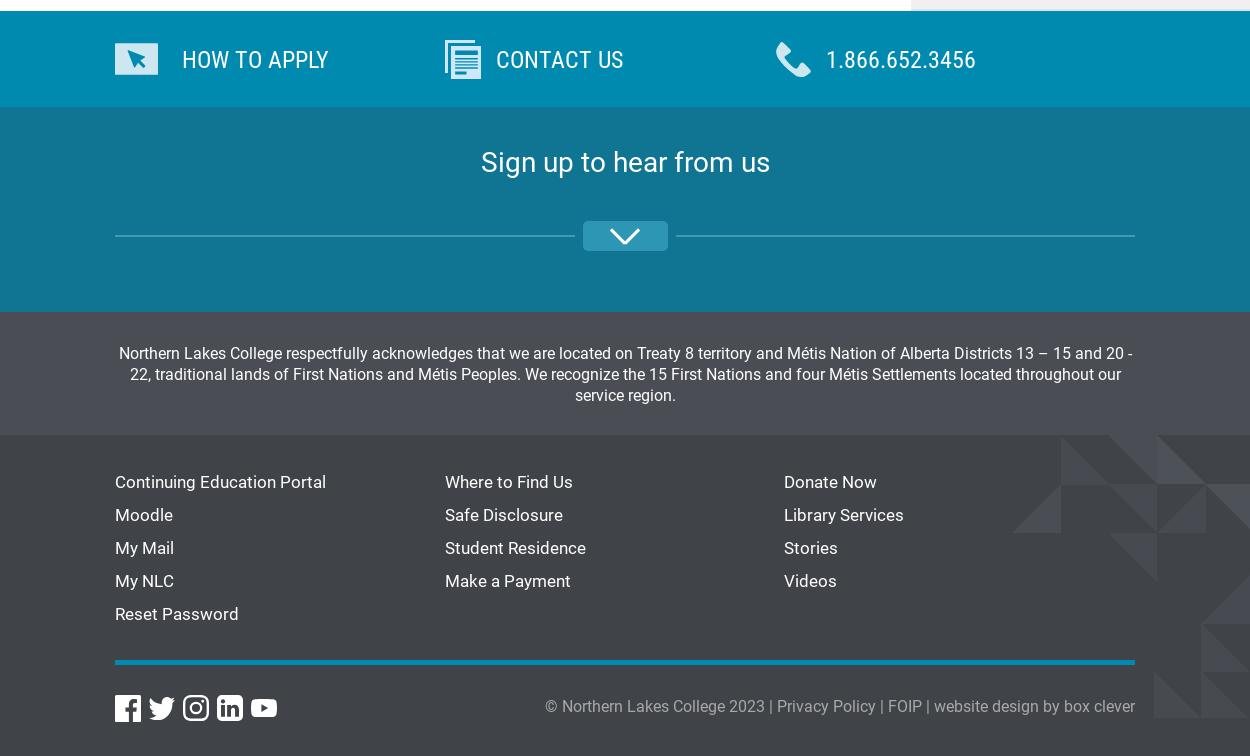  What do you see at coordinates (255, 58) in the screenshot?
I see `'How to Apply'` at bounding box center [255, 58].